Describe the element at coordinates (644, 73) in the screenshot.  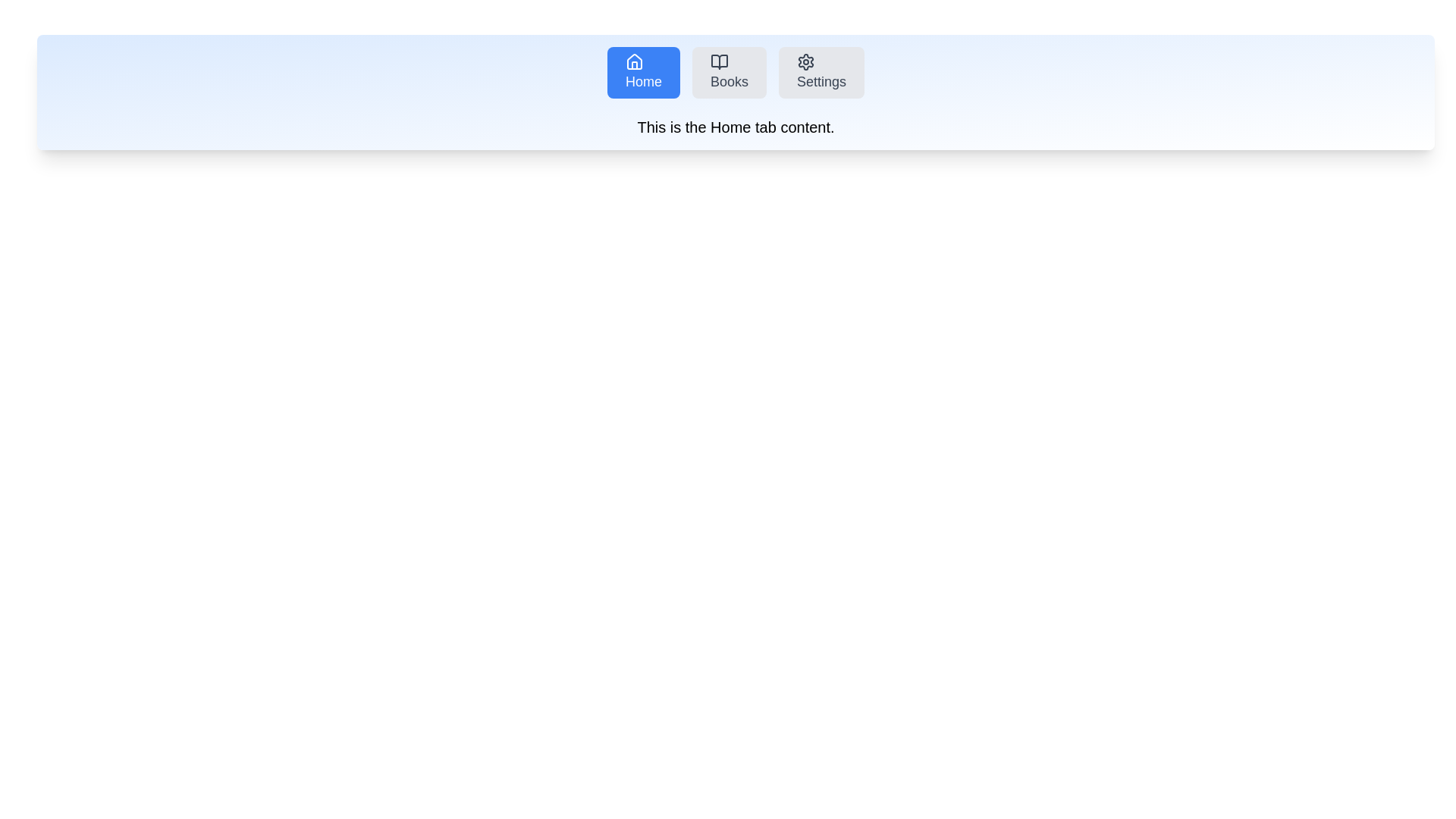
I see `the Home tab to switch to it` at that location.